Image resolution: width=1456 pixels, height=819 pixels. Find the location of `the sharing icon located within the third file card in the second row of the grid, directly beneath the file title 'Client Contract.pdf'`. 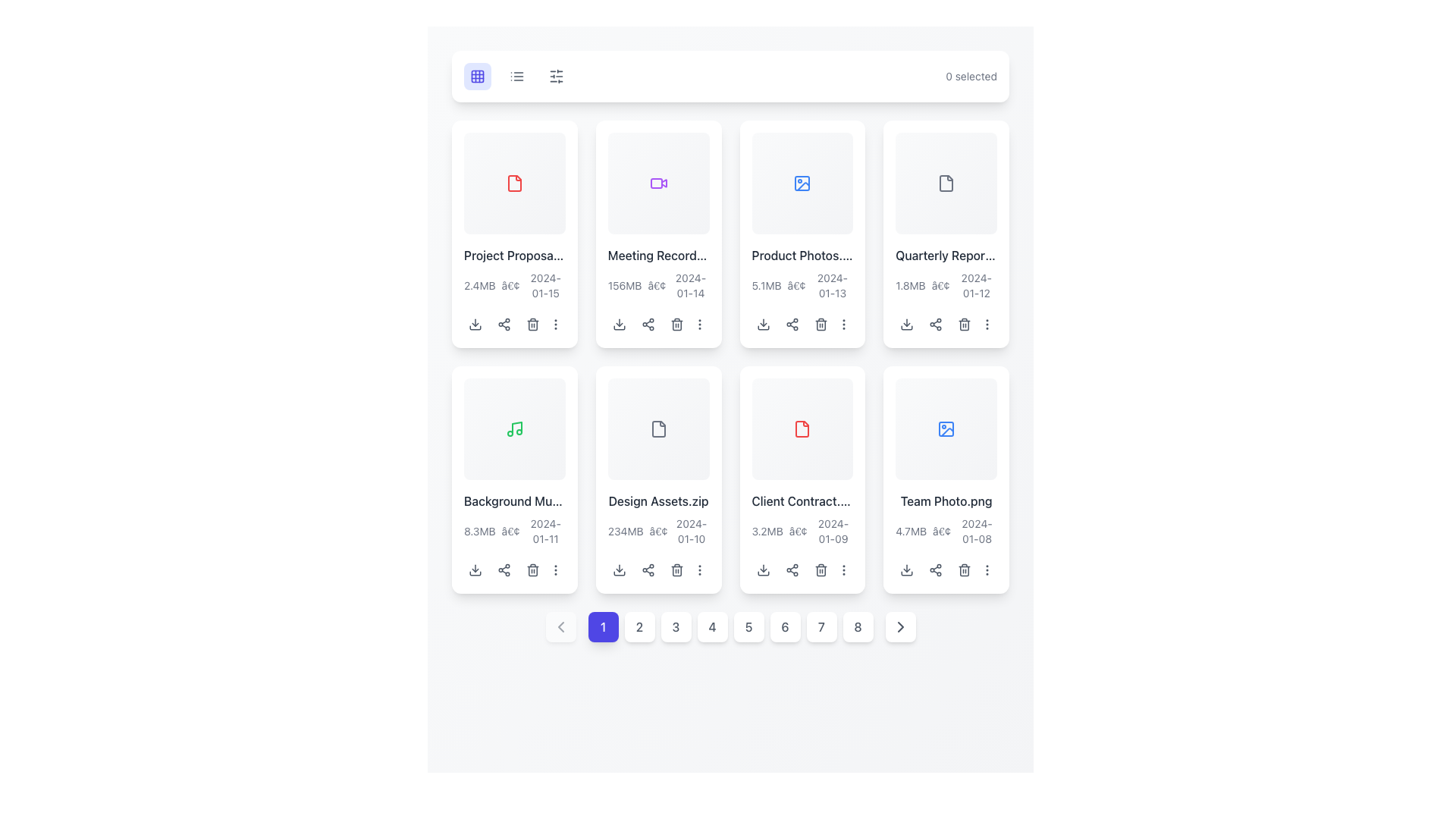

the sharing icon located within the third file card in the second row of the grid, directly beneath the file title 'Client Contract.pdf' is located at coordinates (791, 570).